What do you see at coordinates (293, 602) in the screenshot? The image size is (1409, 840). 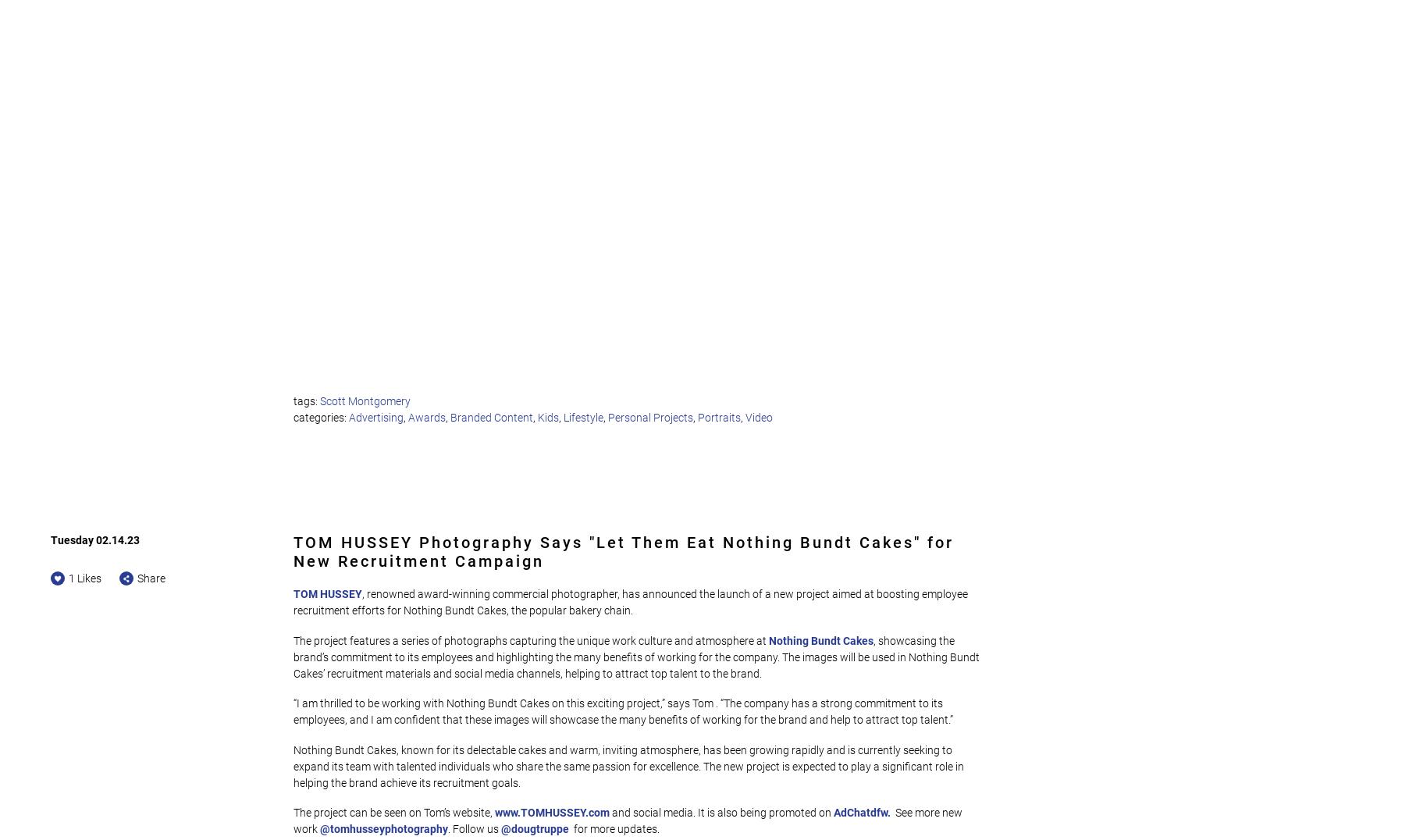 I see `', renowned award-winning commercial photographer, has announced the launch of a new project aimed at boosting employee recruitment efforts for Nothing Bundt Cakes, the popular bakery chain.'` at bounding box center [293, 602].